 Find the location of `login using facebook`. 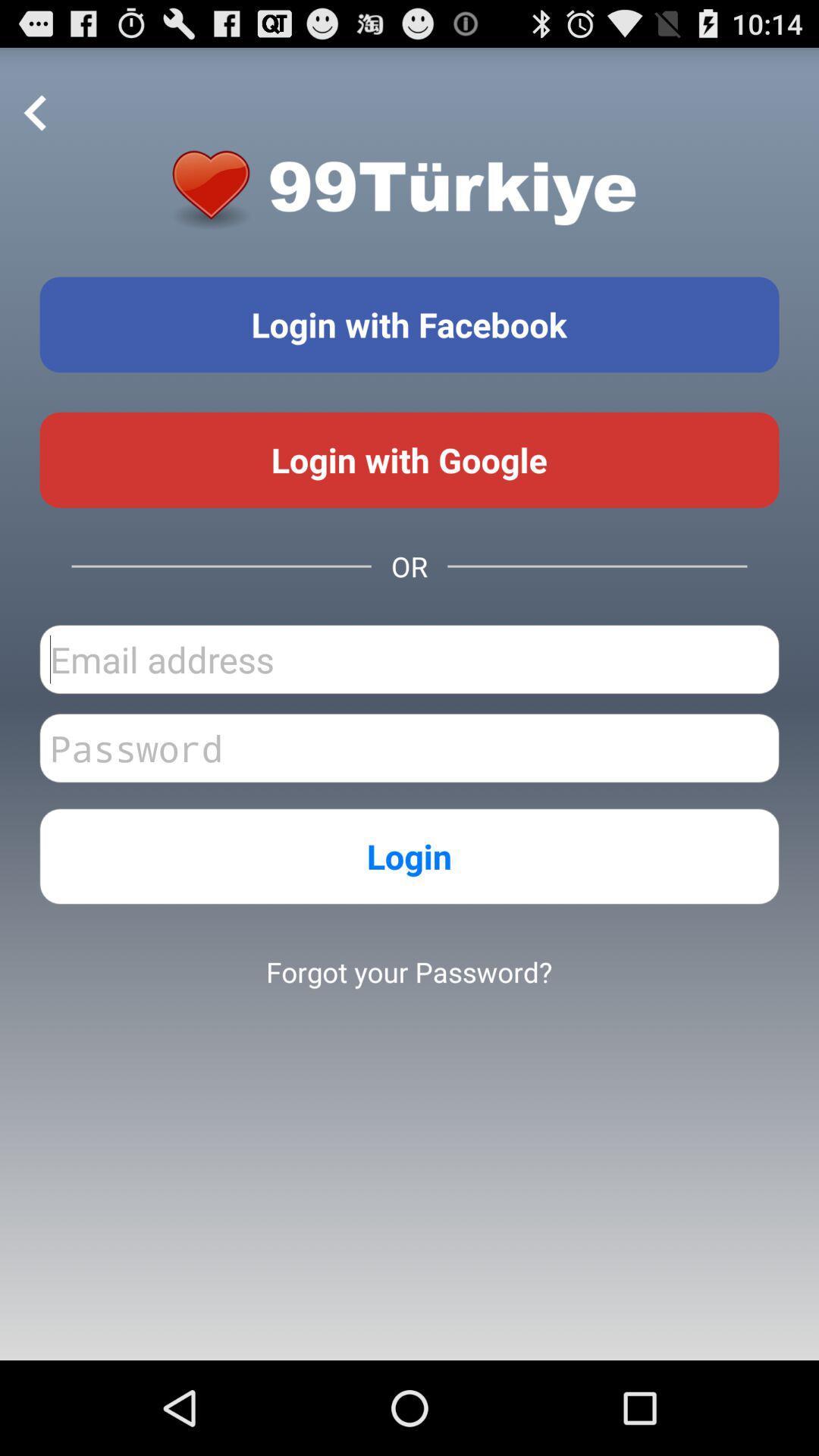

login using facebook is located at coordinates (409, 324).